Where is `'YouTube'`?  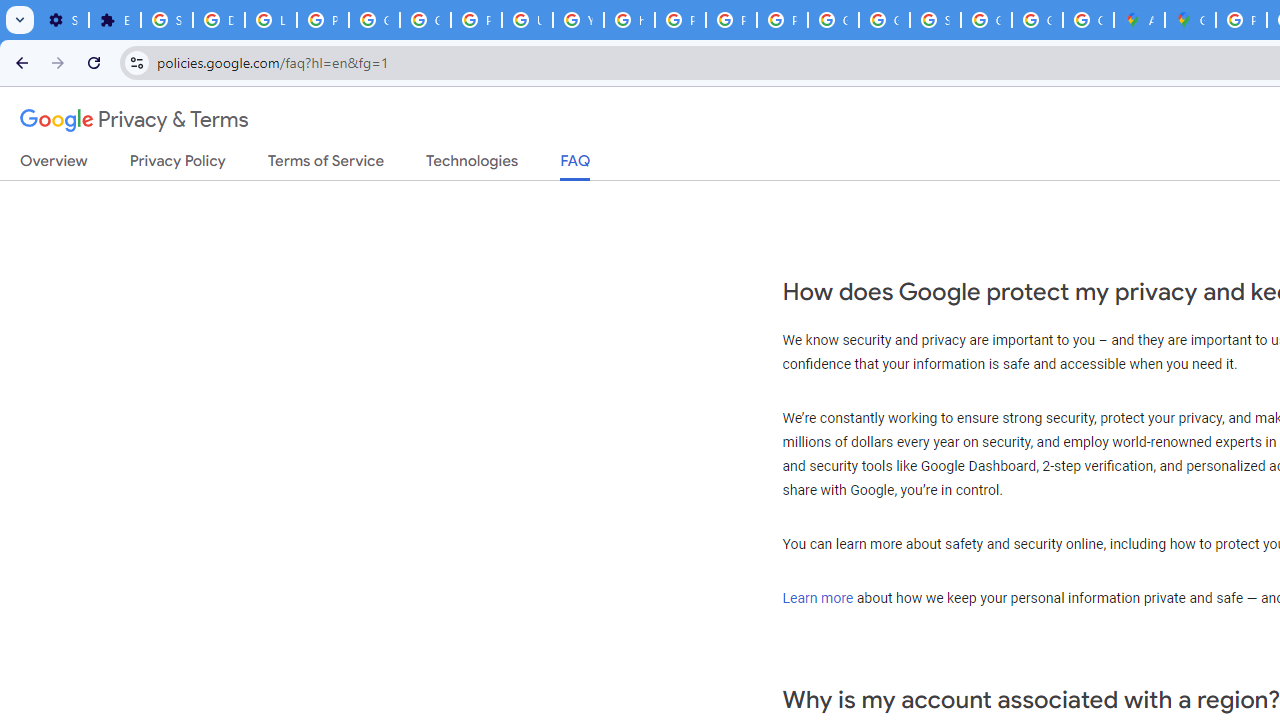 'YouTube' is located at coordinates (577, 20).